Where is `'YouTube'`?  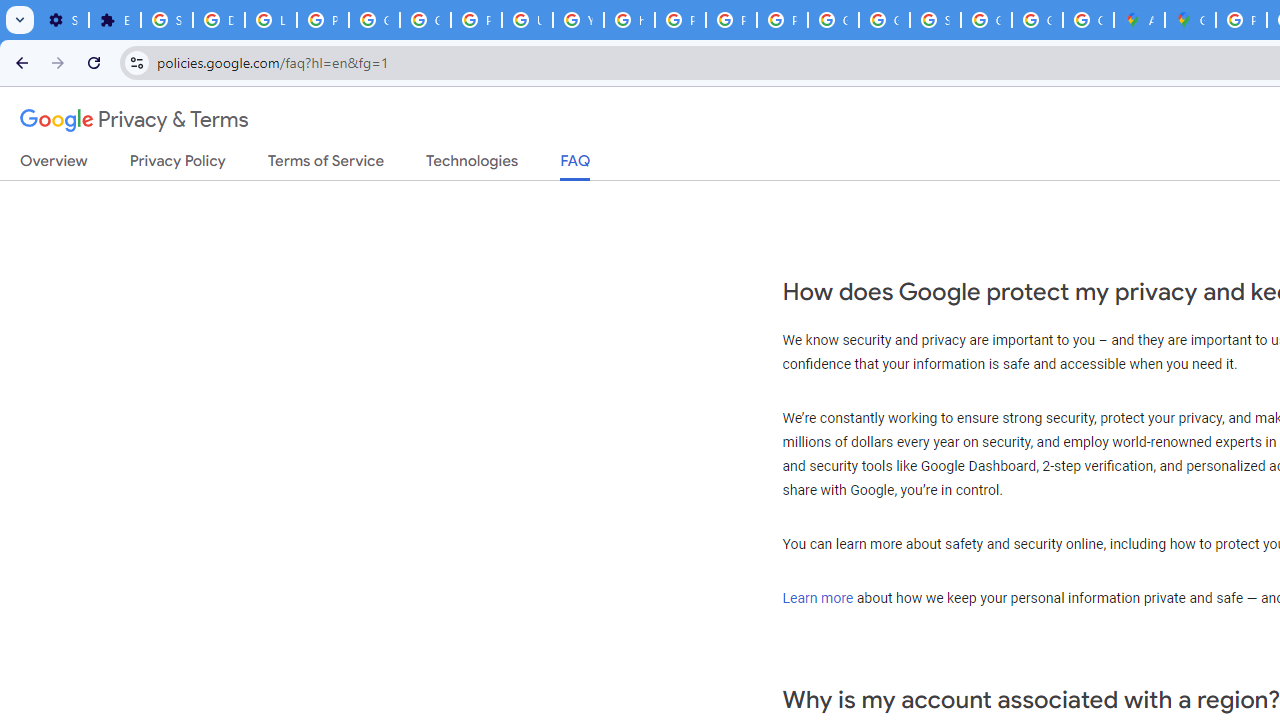 'YouTube' is located at coordinates (577, 20).